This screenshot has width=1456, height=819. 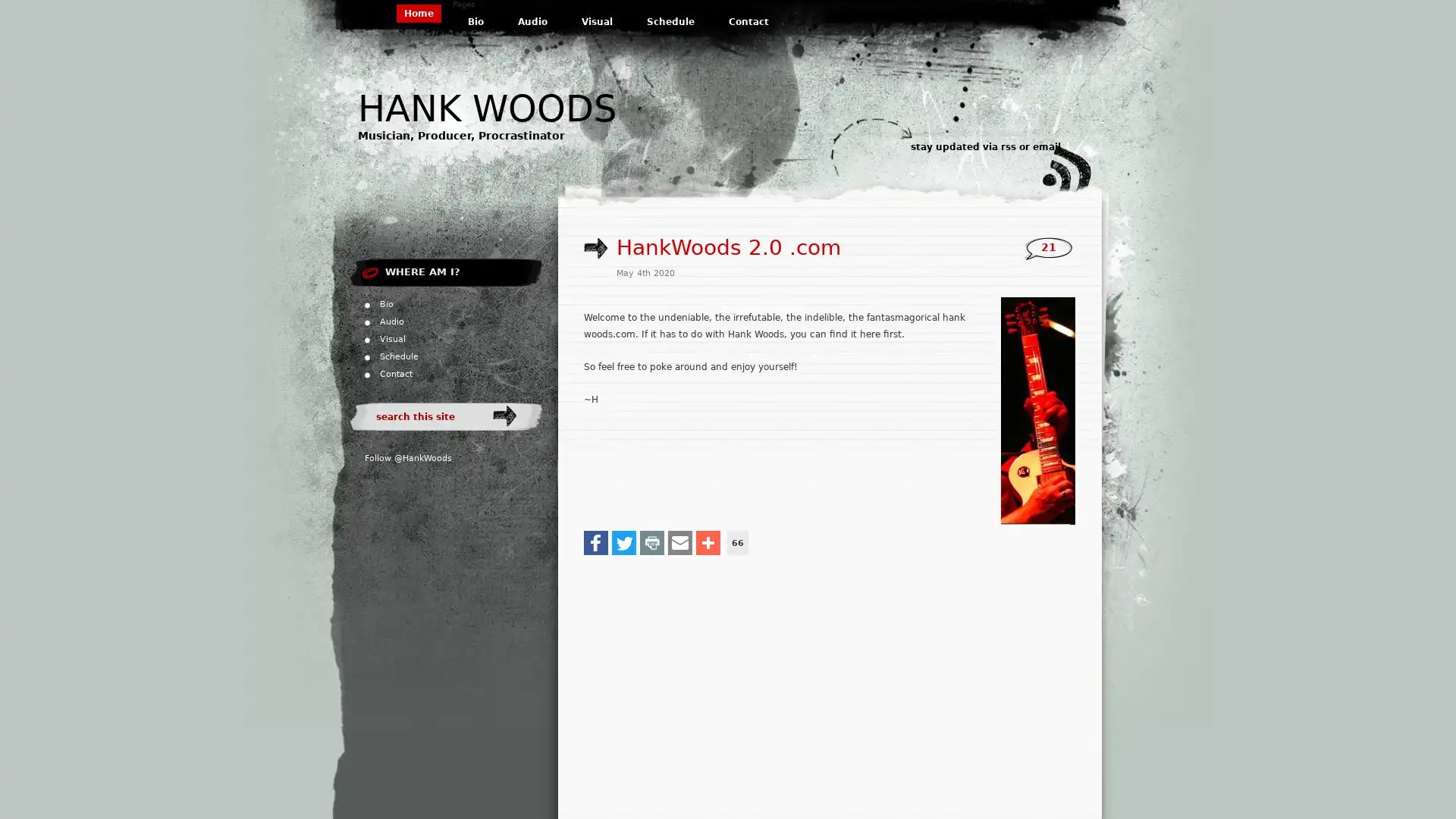 What do you see at coordinates (623, 541) in the screenshot?
I see `Share to Twitter` at bounding box center [623, 541].